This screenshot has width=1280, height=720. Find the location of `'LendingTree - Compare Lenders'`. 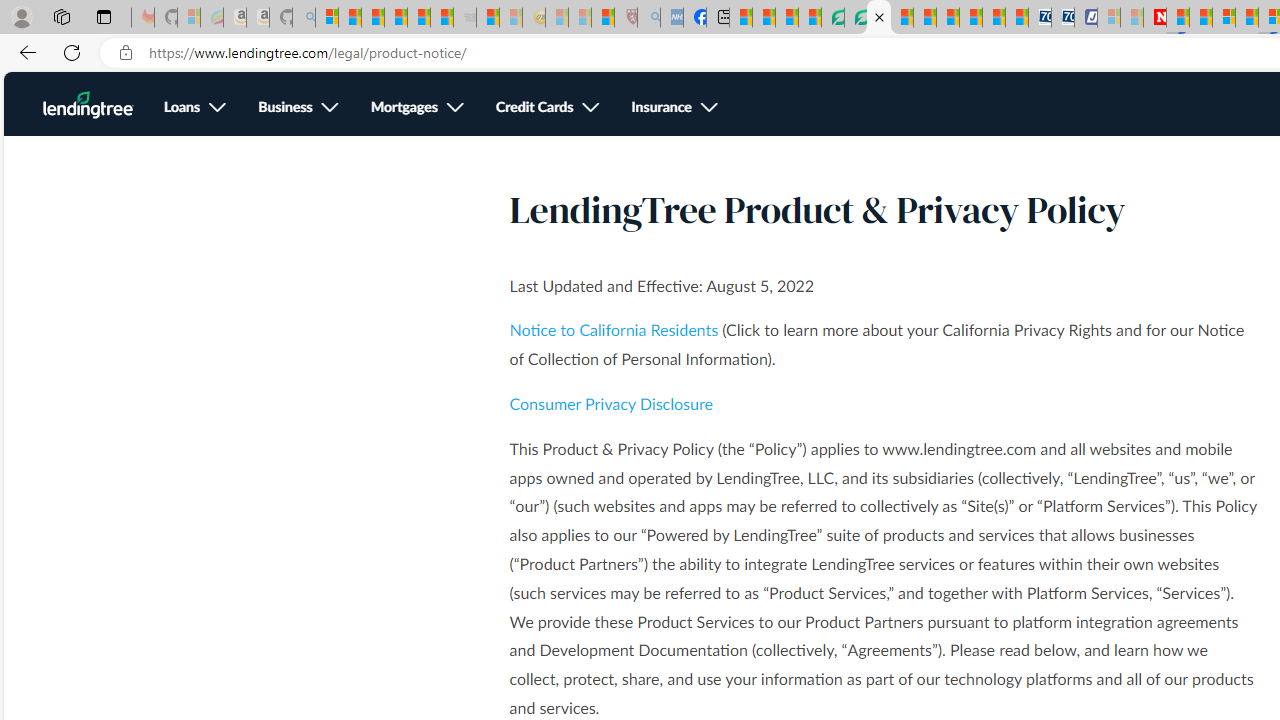

'LendingTree - Compare Lenders' is located at coordinates (832, 17).